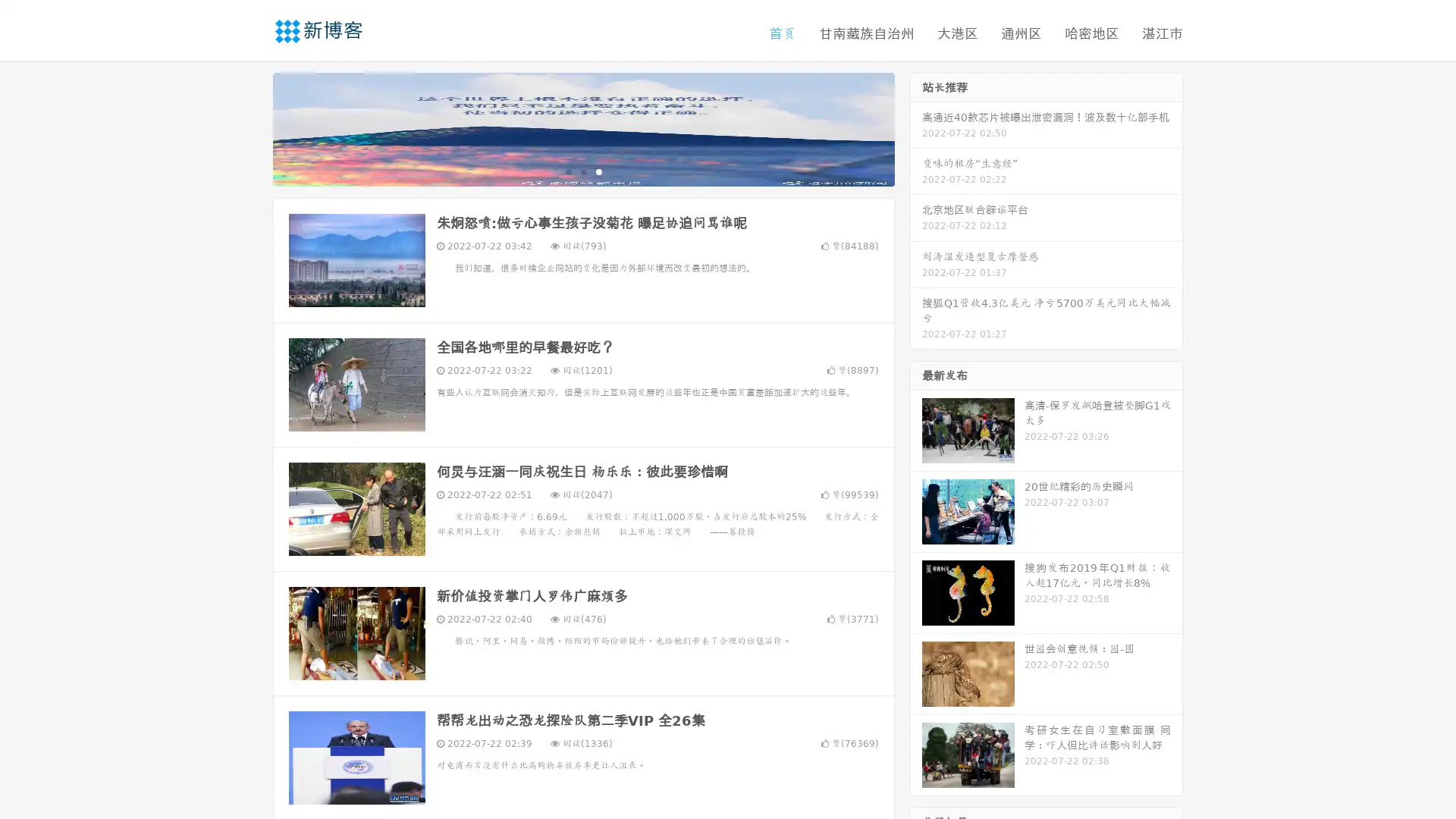 This screenshot has height=819, width=1456. I want to click on Next slide, so click(916, 127).